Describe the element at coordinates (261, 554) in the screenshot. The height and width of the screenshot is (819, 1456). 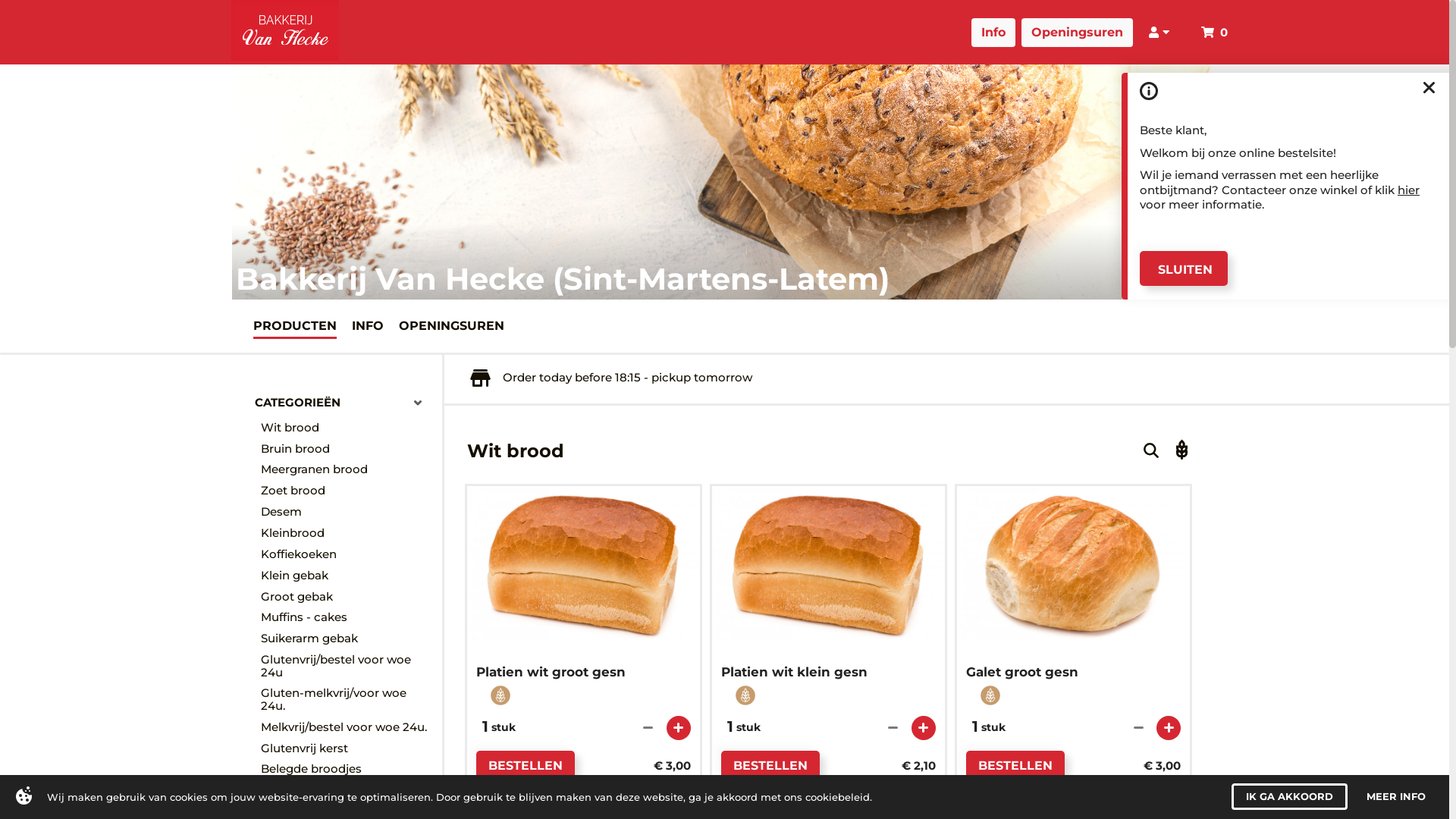
I see `'Koffiekoeken'` at that location.